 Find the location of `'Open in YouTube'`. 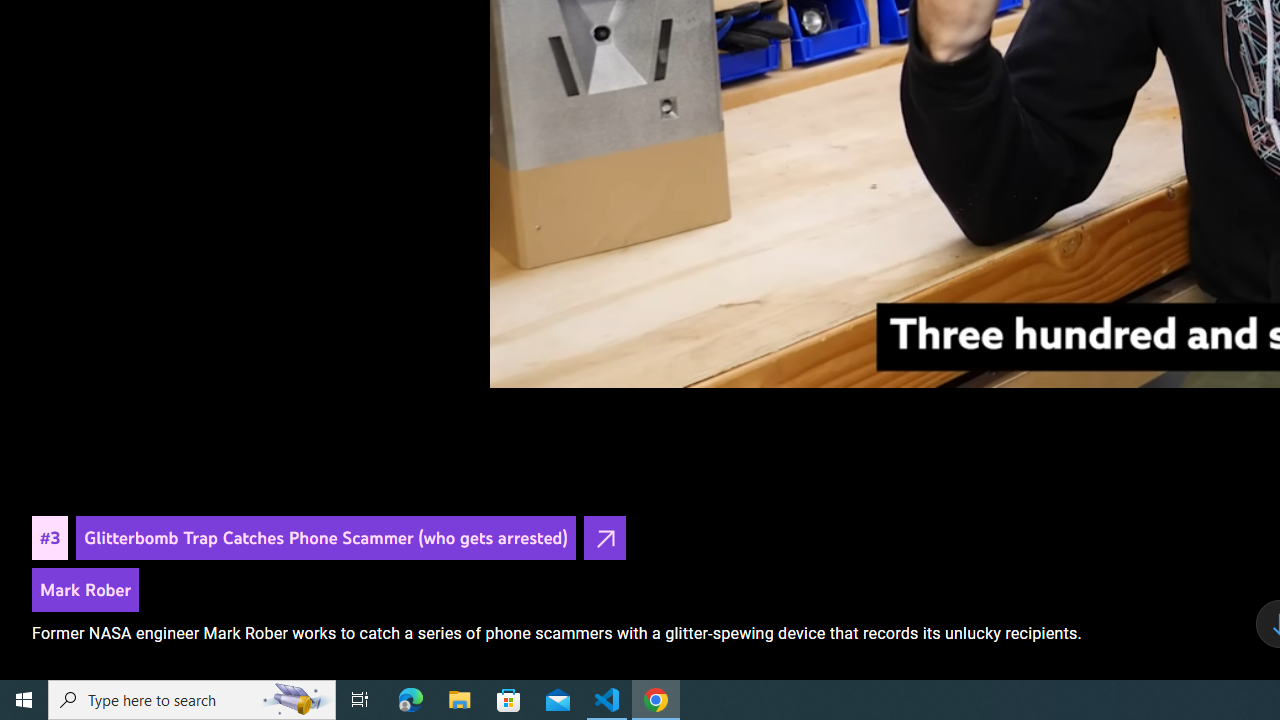

'Open in YouTube' is located at coordinates (603, 537).